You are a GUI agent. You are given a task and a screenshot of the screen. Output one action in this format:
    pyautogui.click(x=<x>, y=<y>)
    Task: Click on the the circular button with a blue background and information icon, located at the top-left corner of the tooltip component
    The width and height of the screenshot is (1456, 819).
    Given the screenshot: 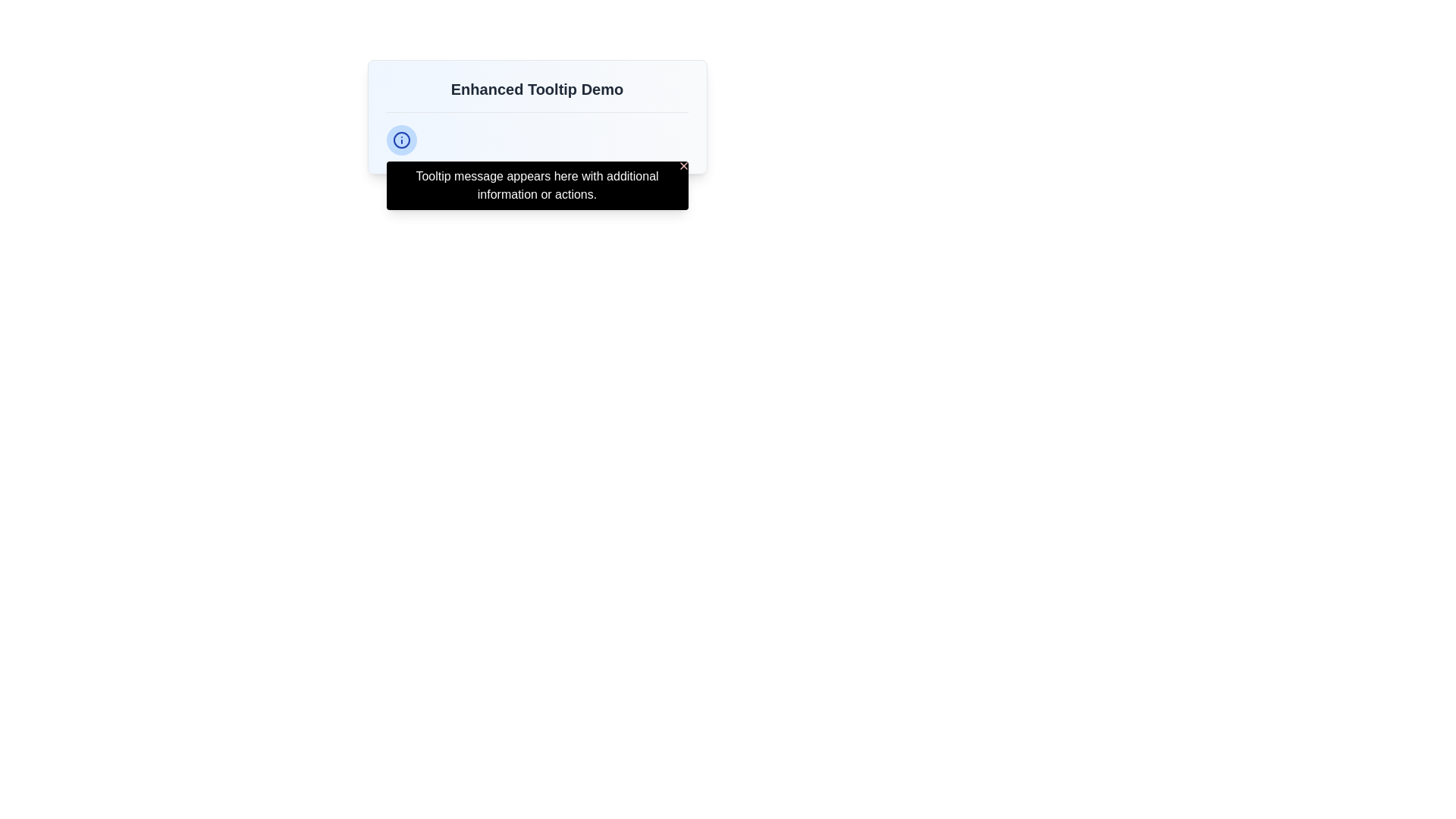 What is the action you would take?
    pyautogui.click(x=401, y=140)
    